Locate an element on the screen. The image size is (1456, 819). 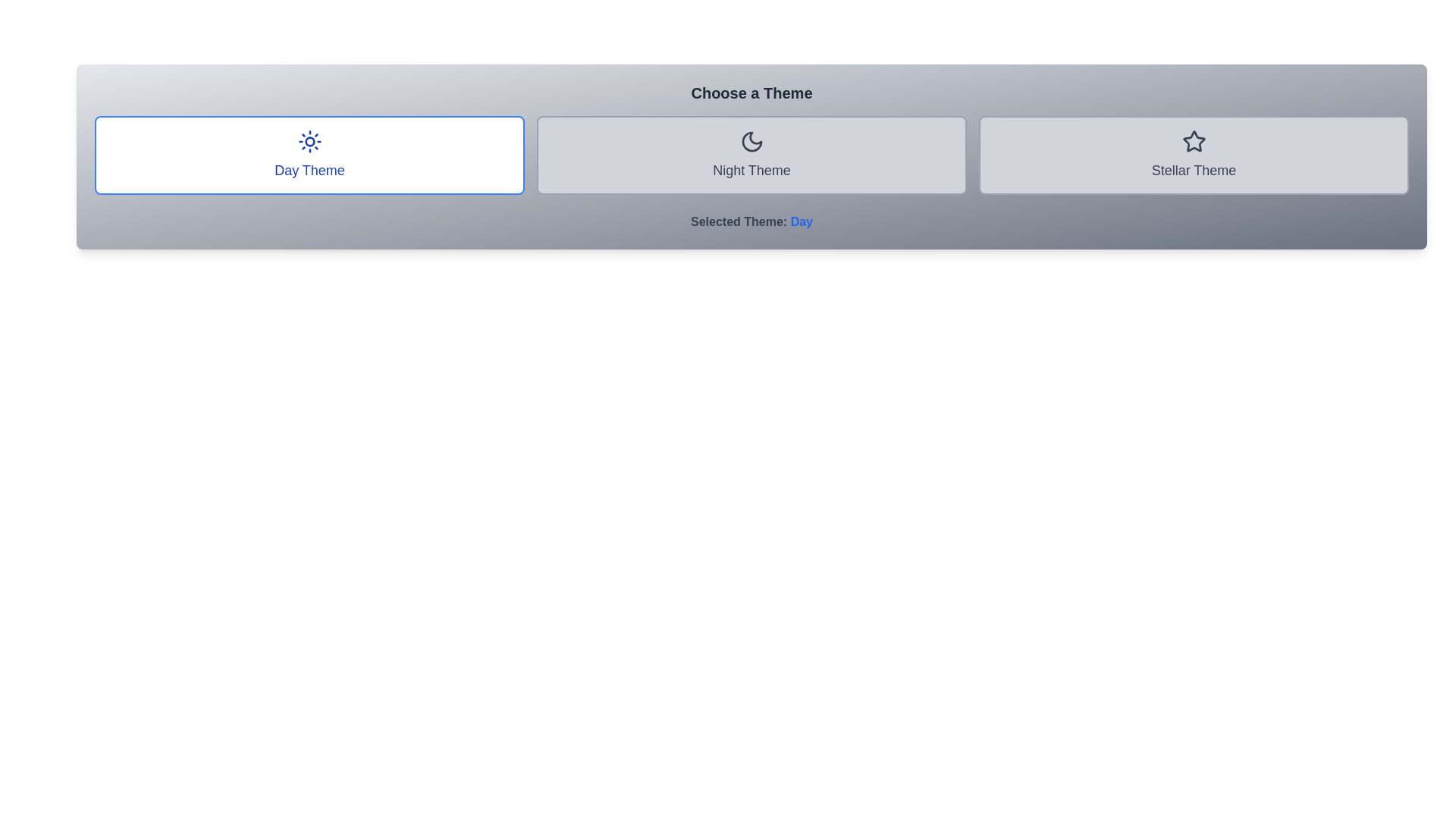
the theme stellar by clicking on its respective button is located at coordinates (1193, 155).